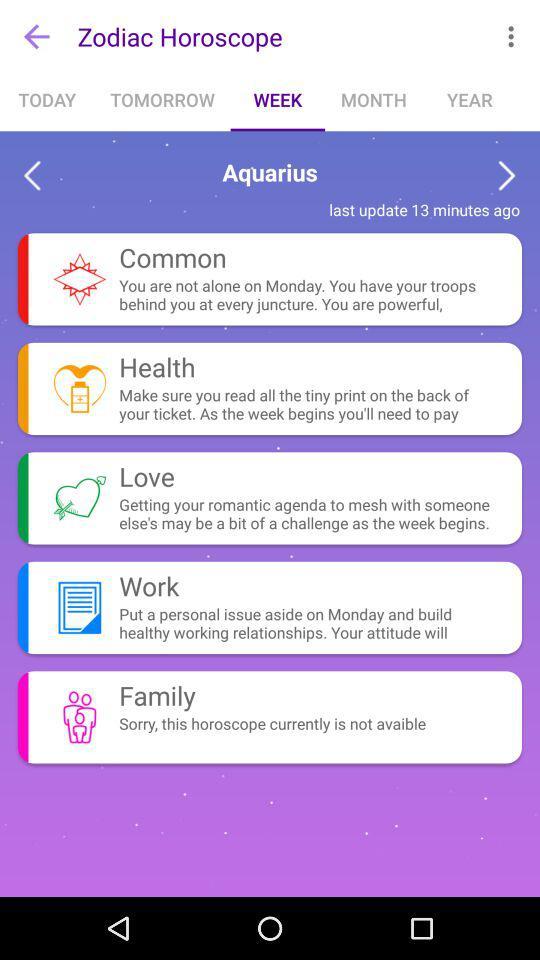 The width and height of the screenshot is (540, 960). What do you see at coordinates (36, 35) in the screenshot?
I see `the item above the today item` at bounding box center [36, 35].